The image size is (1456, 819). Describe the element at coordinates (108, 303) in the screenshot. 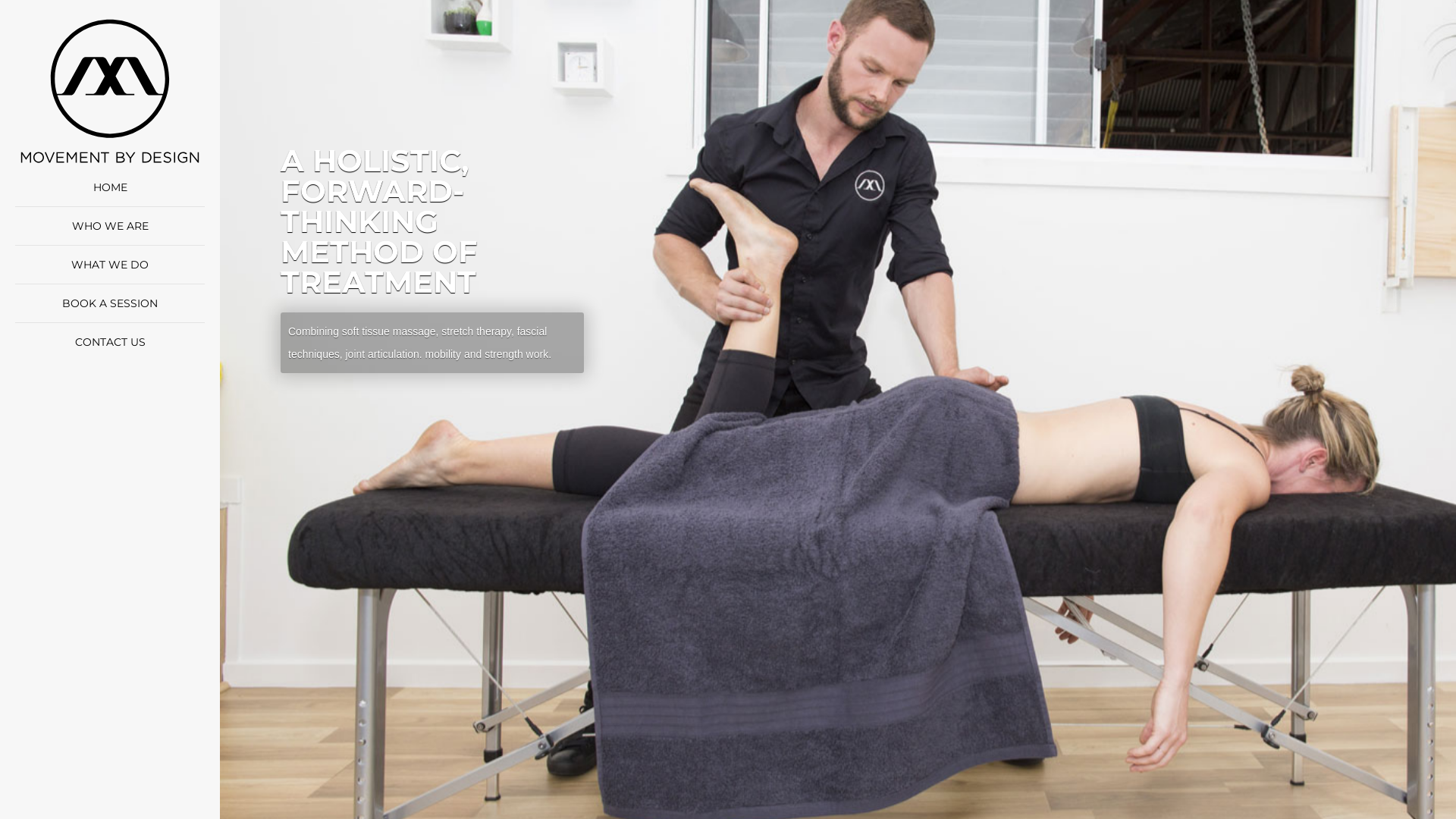

I see `'BOOK A SESSION'` at that location.